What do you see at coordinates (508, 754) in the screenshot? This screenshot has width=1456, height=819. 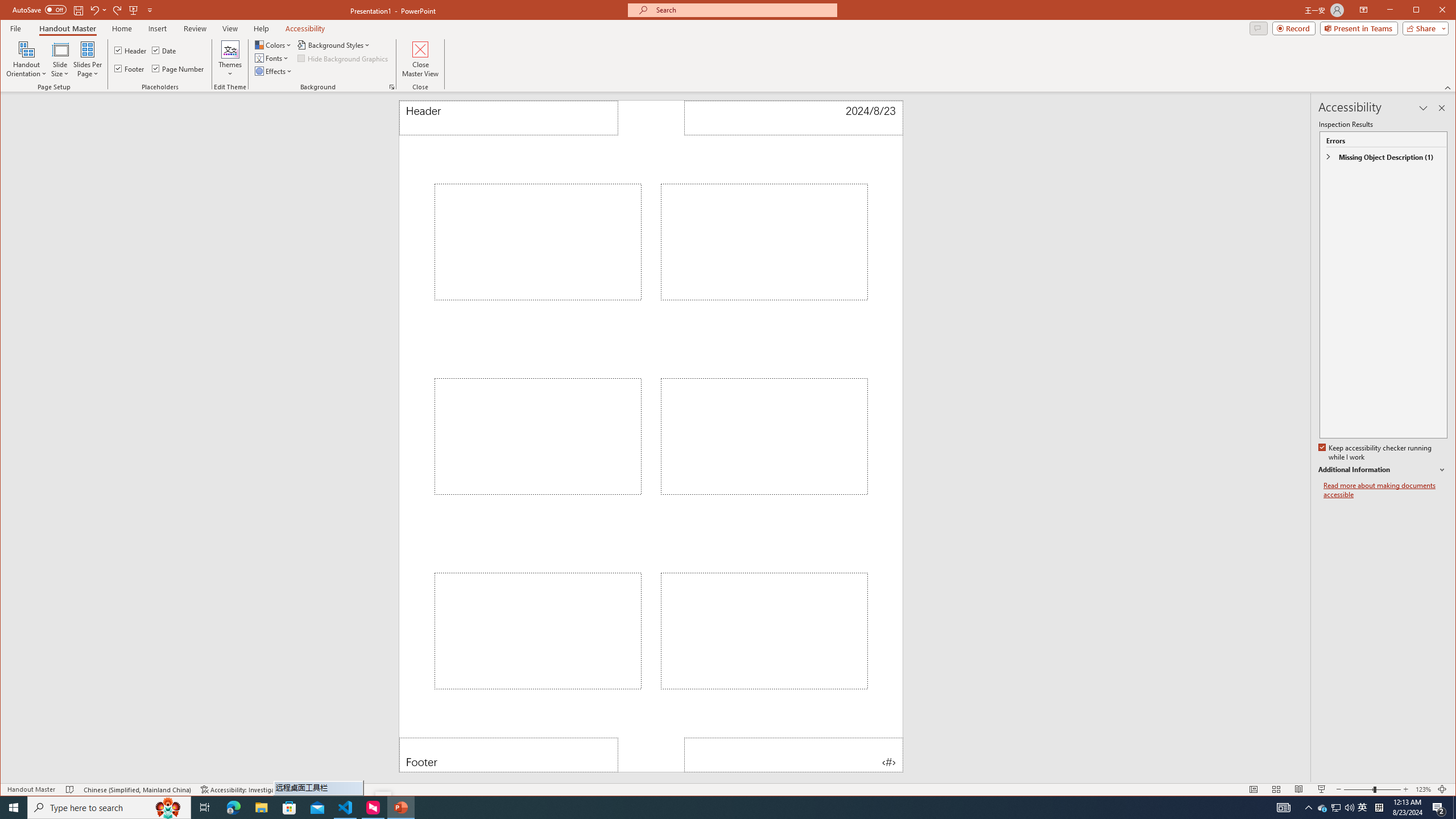 I see `'Footer'` at bounding box center [508, 754].